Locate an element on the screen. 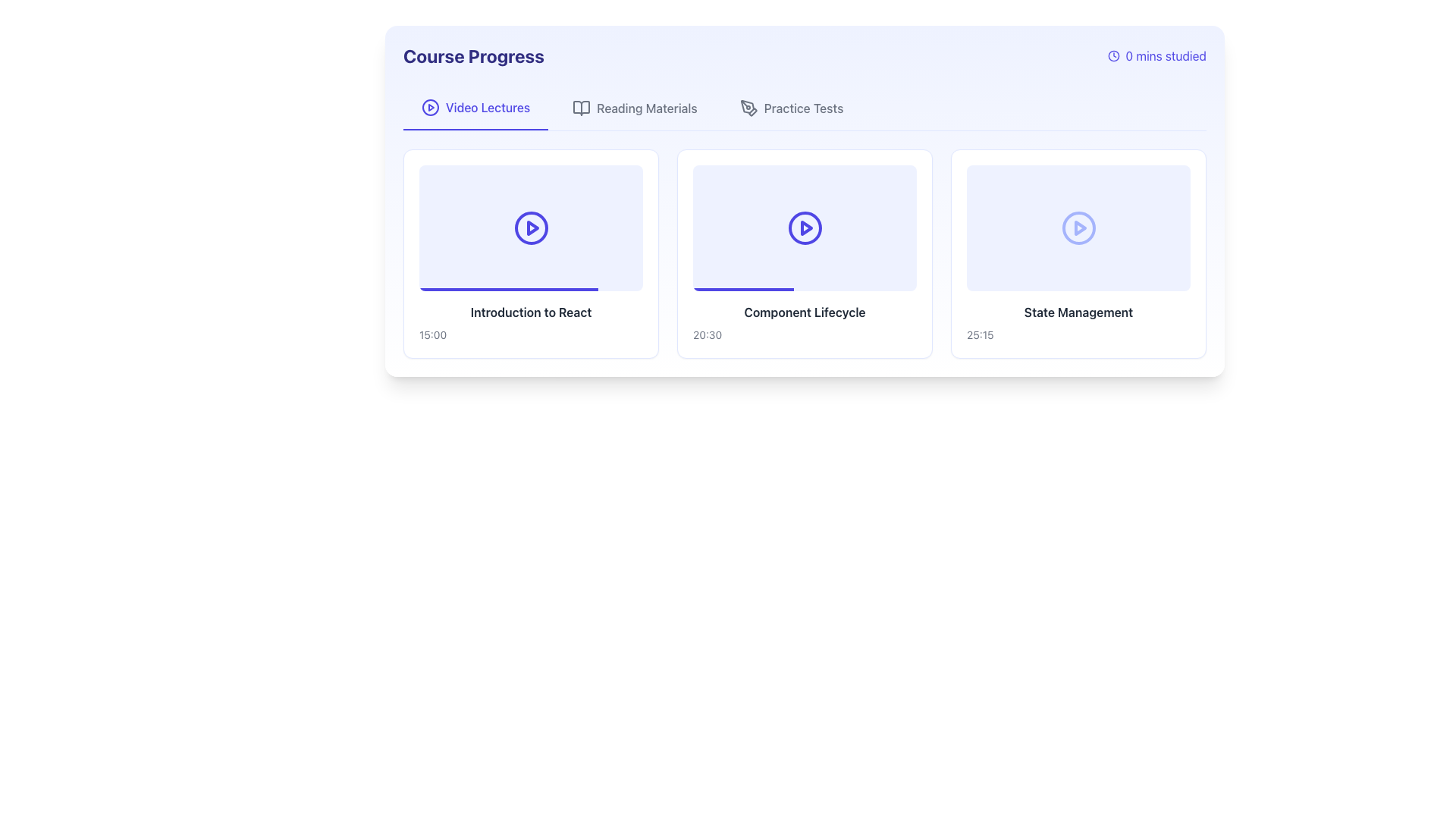 The width and height of the screenshot is (1456, 819). the play button icon located in the second box of the horizontal row under the 'Video Lectures' tab is located at coordinates (804, 227).